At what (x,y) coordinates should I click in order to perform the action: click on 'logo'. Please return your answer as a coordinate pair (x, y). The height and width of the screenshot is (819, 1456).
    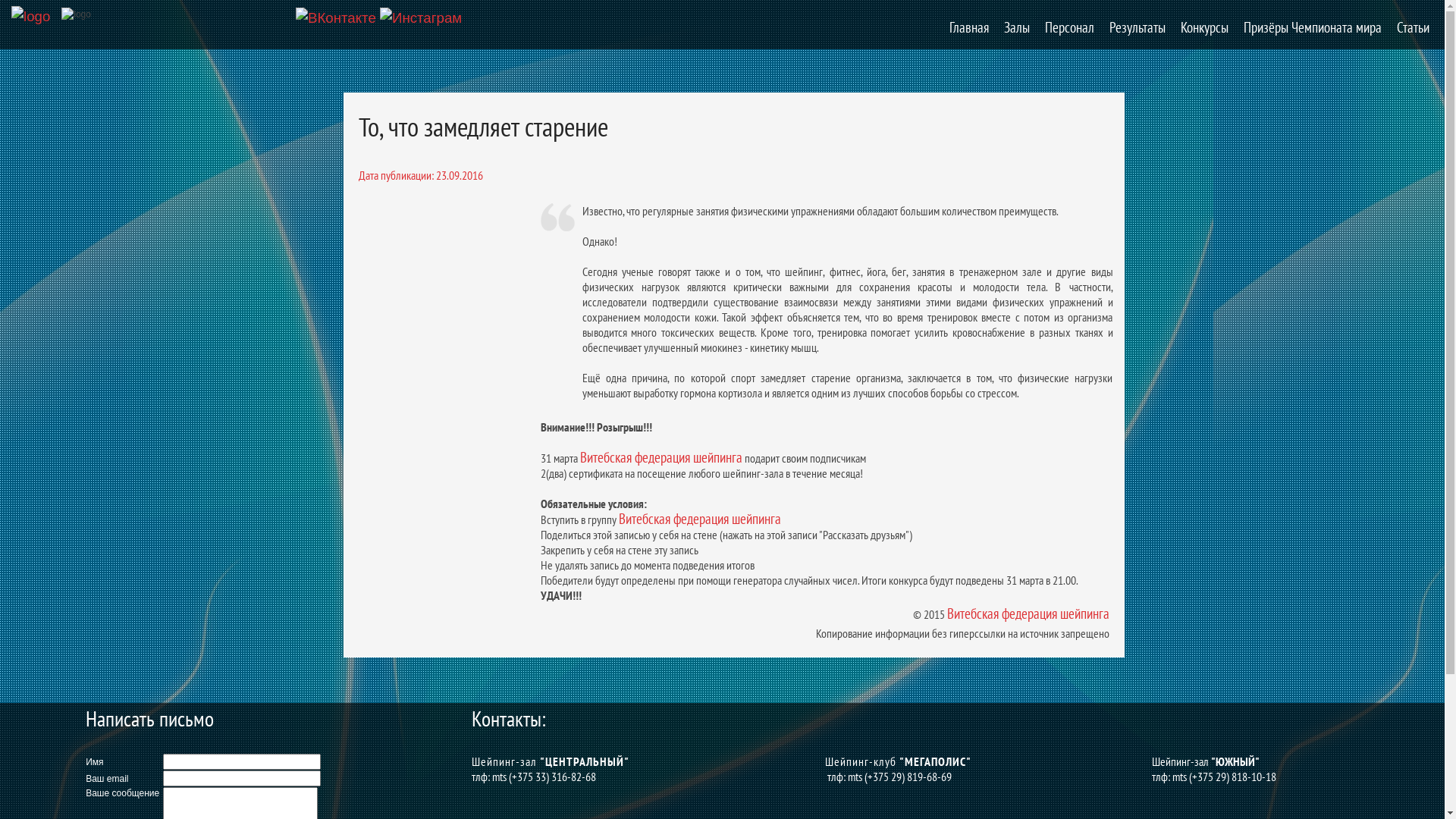
    Looking at the image, I should click on (11, 17).